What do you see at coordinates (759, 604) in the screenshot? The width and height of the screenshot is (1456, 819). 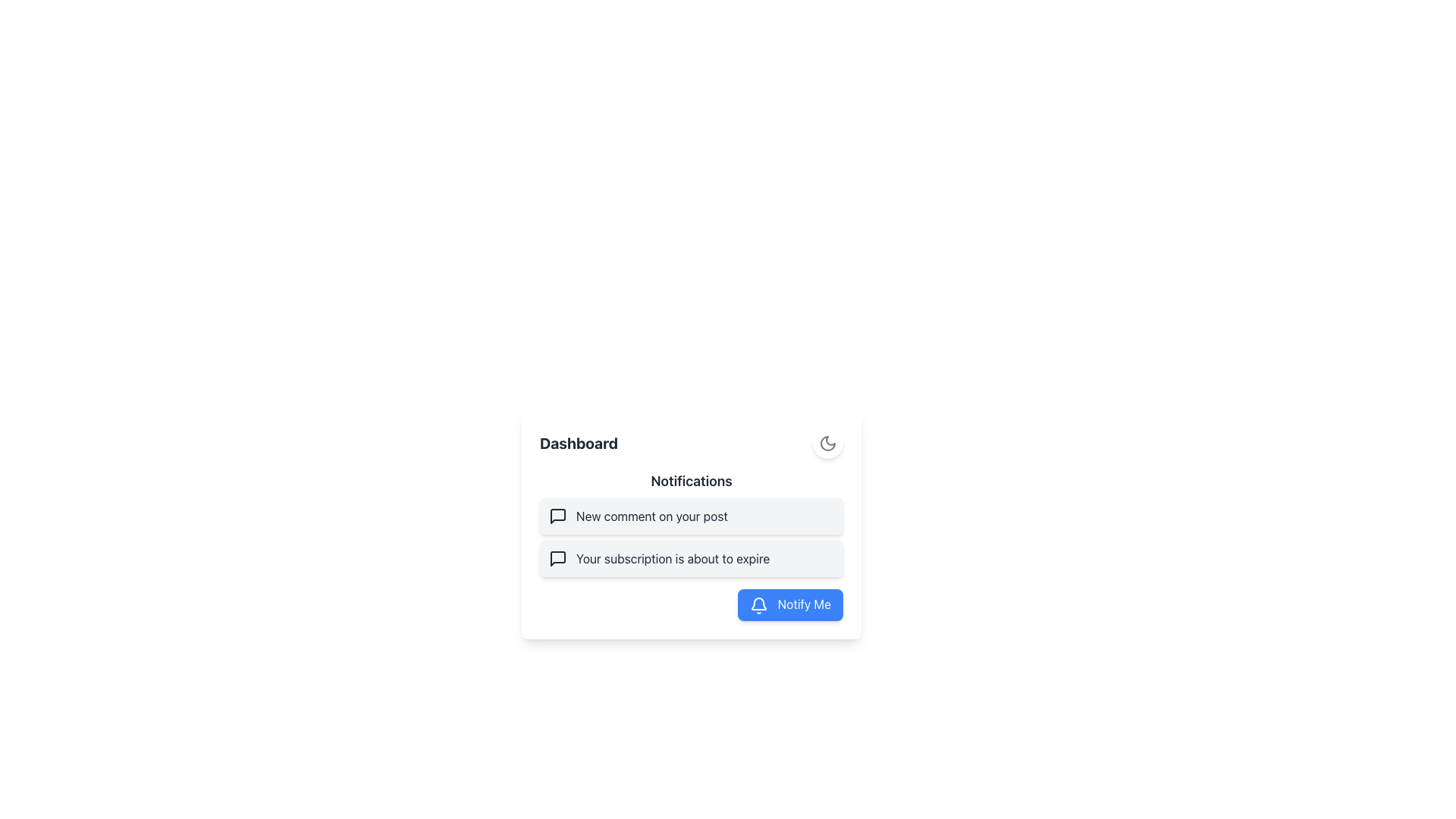 I see `the outlined bell-shaped icon located to the left of the 'Notify Me' text inside a blue rounded button at the bottom-right corner of the card` at bounding box center [759, 604].